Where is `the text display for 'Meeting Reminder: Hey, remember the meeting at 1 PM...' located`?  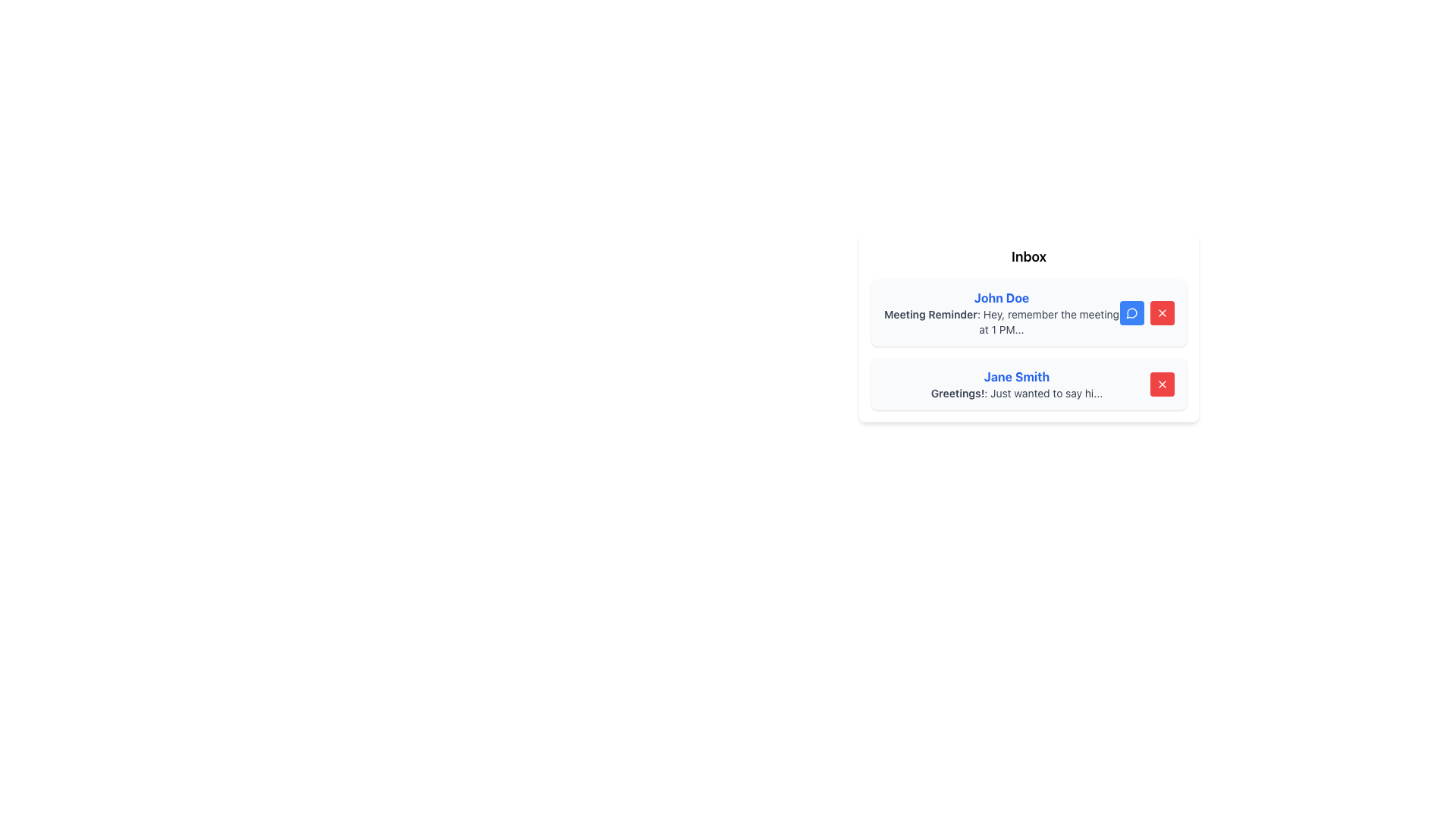
the text display for 'Meeting Reminder: Hey, remember the meeting at 1 PM...' located is located at coordinates (1001, 321).